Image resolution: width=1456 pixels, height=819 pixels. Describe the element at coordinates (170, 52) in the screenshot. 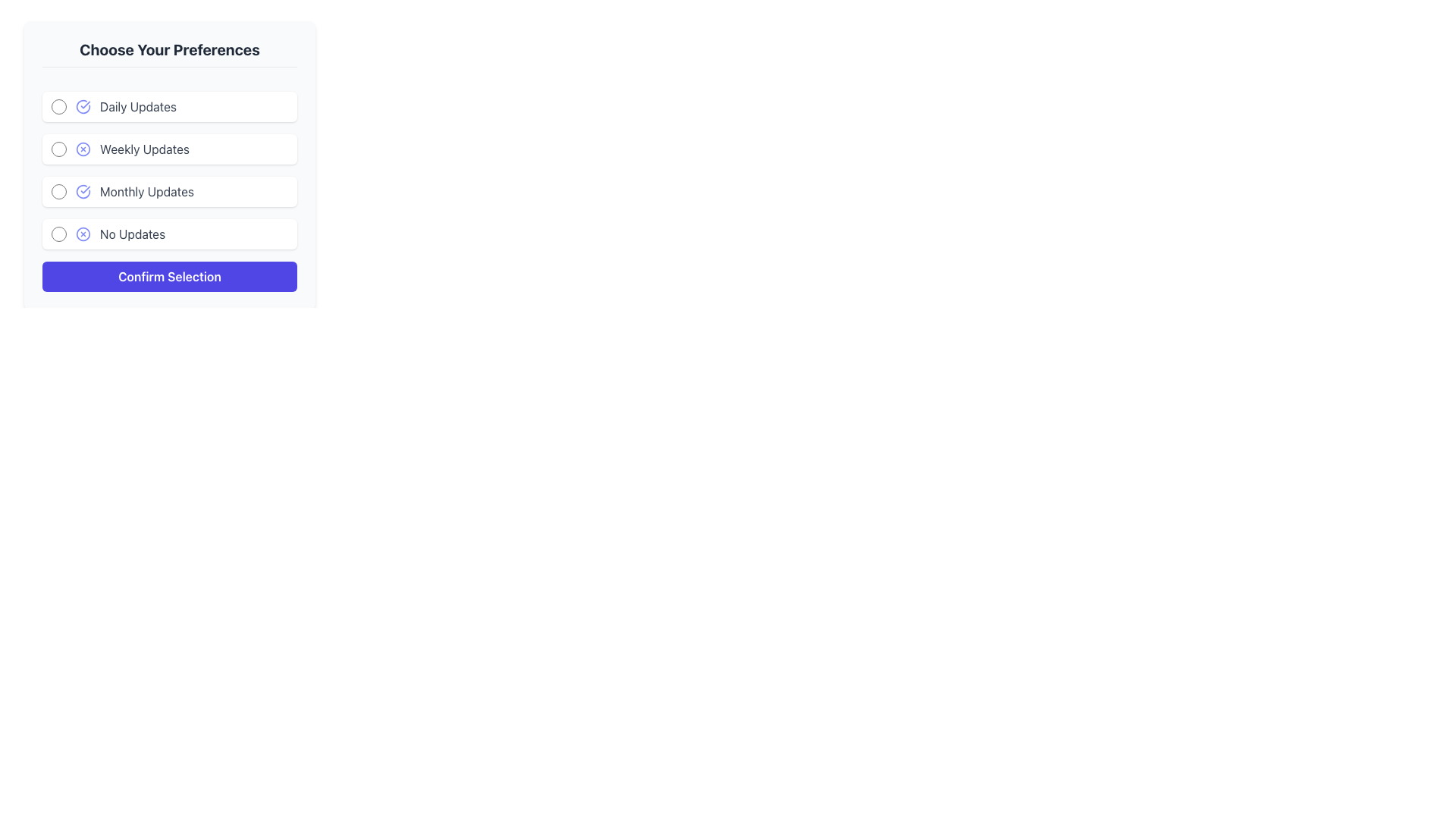

I see `the title text element that provides context for selecting update frequency, located in the card-like structure at the center of the page` at that location.